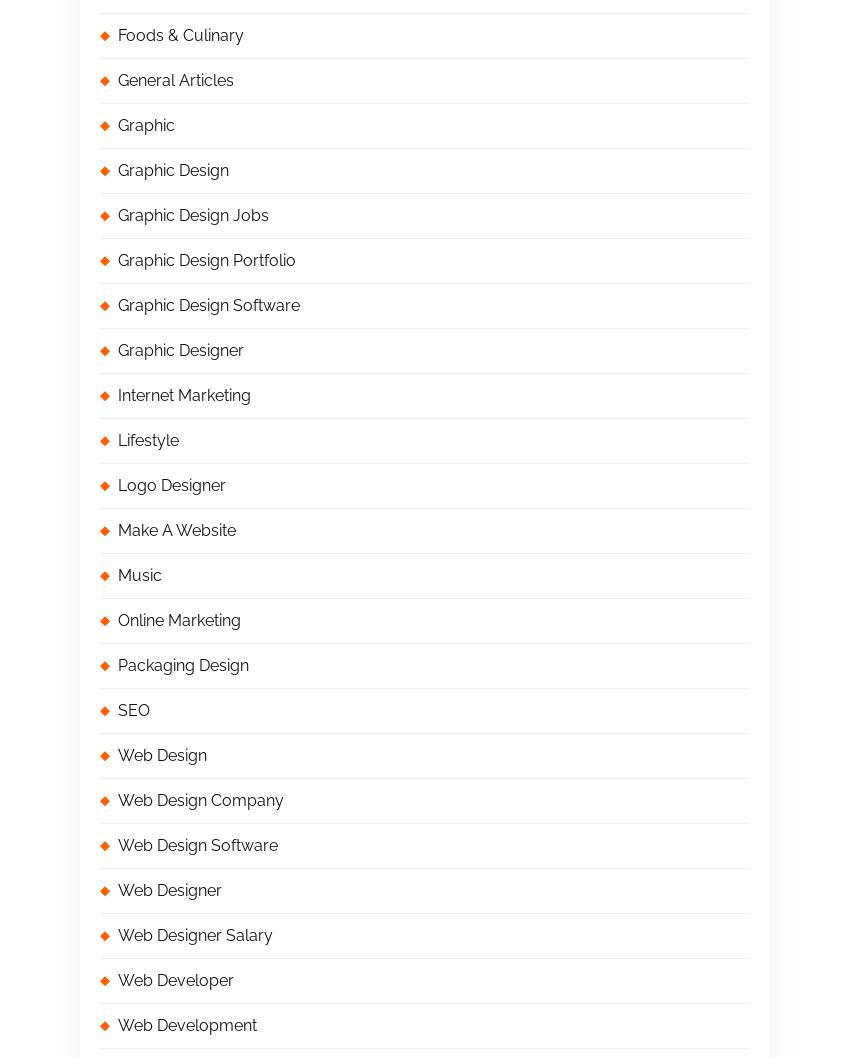 The image size is (850, 1057). I want to click on 'Web Developer', so click(175, 980).